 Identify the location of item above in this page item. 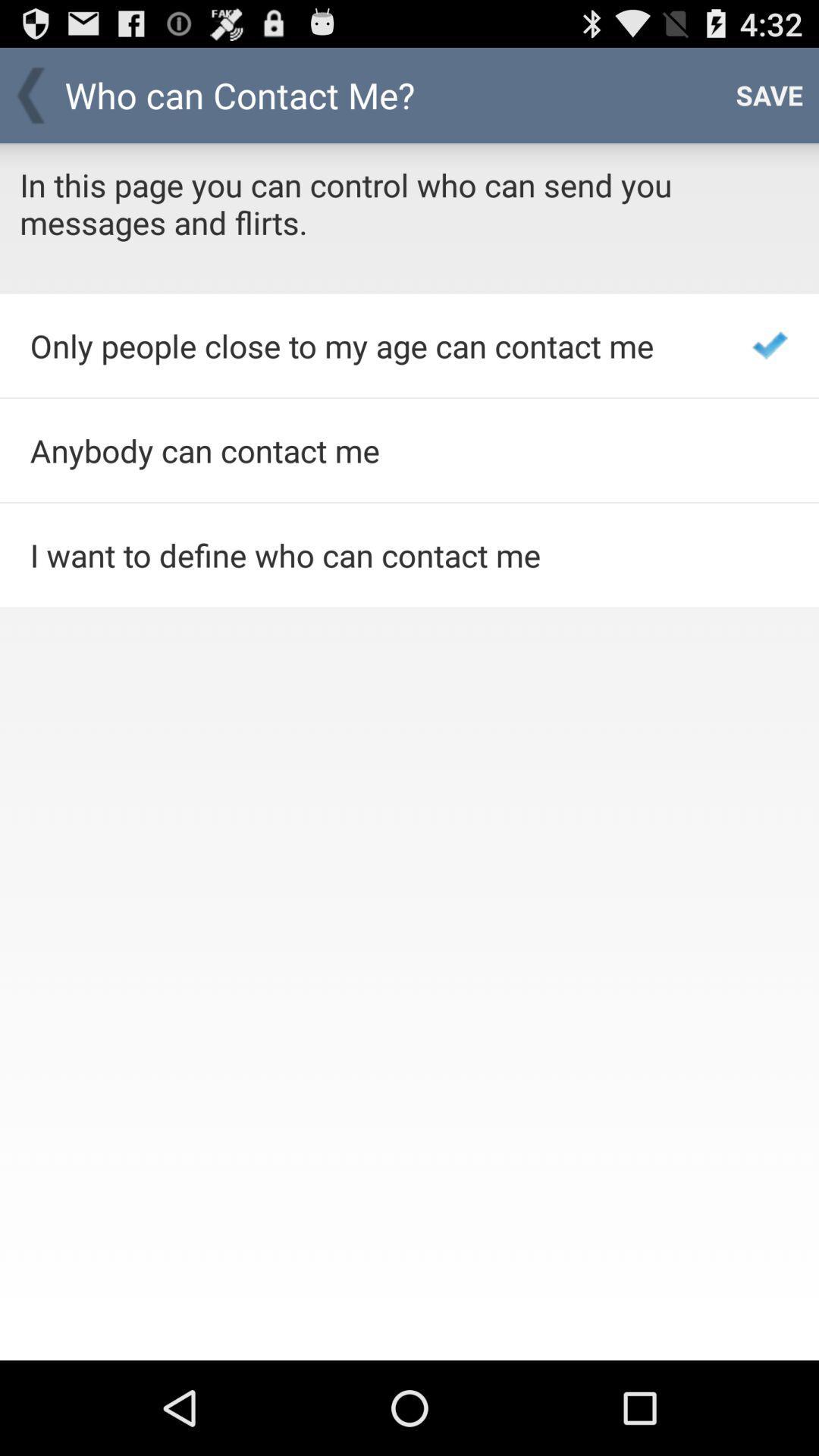
(769, 94).